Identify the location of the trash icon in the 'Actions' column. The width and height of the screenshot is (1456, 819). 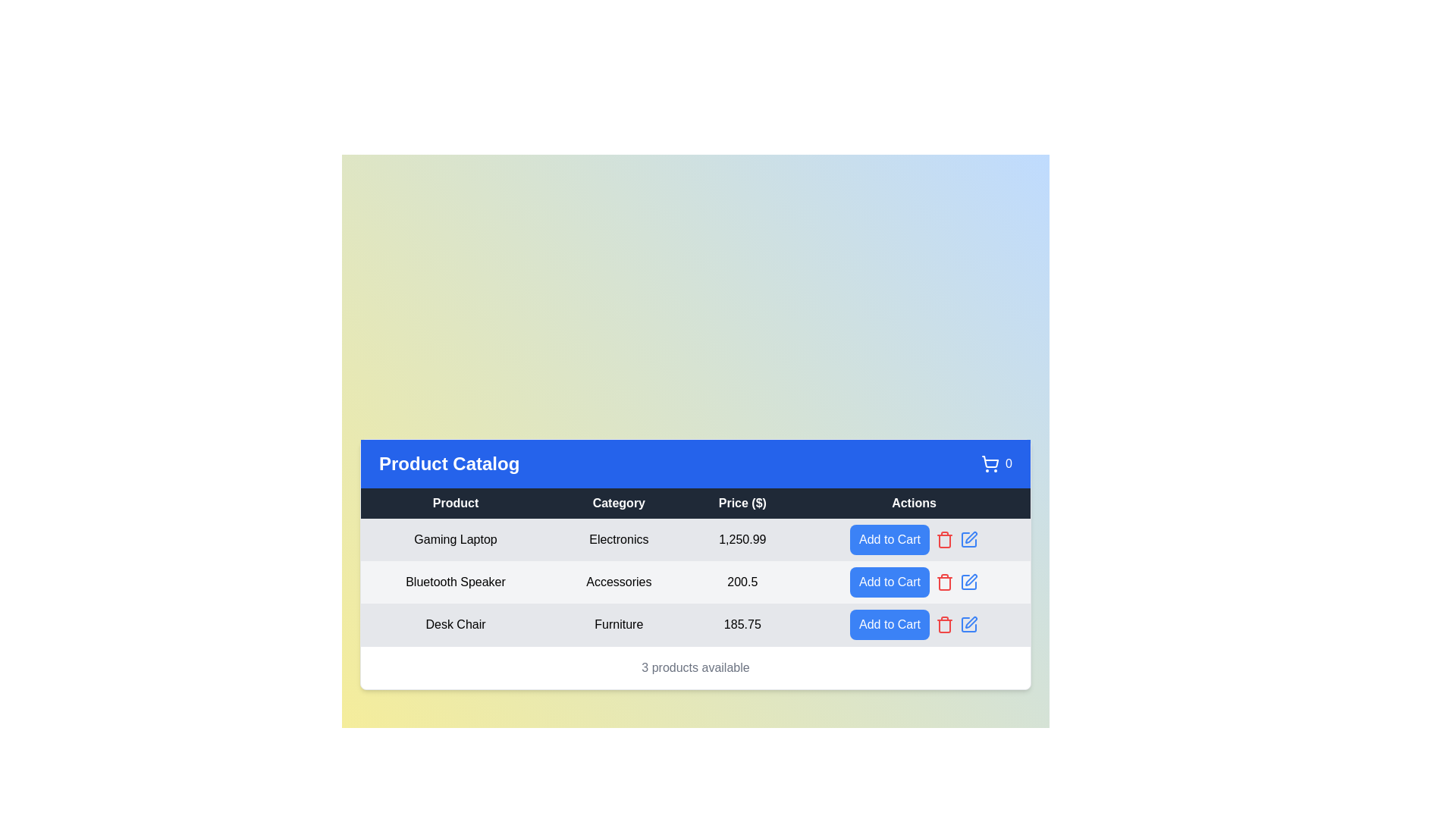
(943, 538).